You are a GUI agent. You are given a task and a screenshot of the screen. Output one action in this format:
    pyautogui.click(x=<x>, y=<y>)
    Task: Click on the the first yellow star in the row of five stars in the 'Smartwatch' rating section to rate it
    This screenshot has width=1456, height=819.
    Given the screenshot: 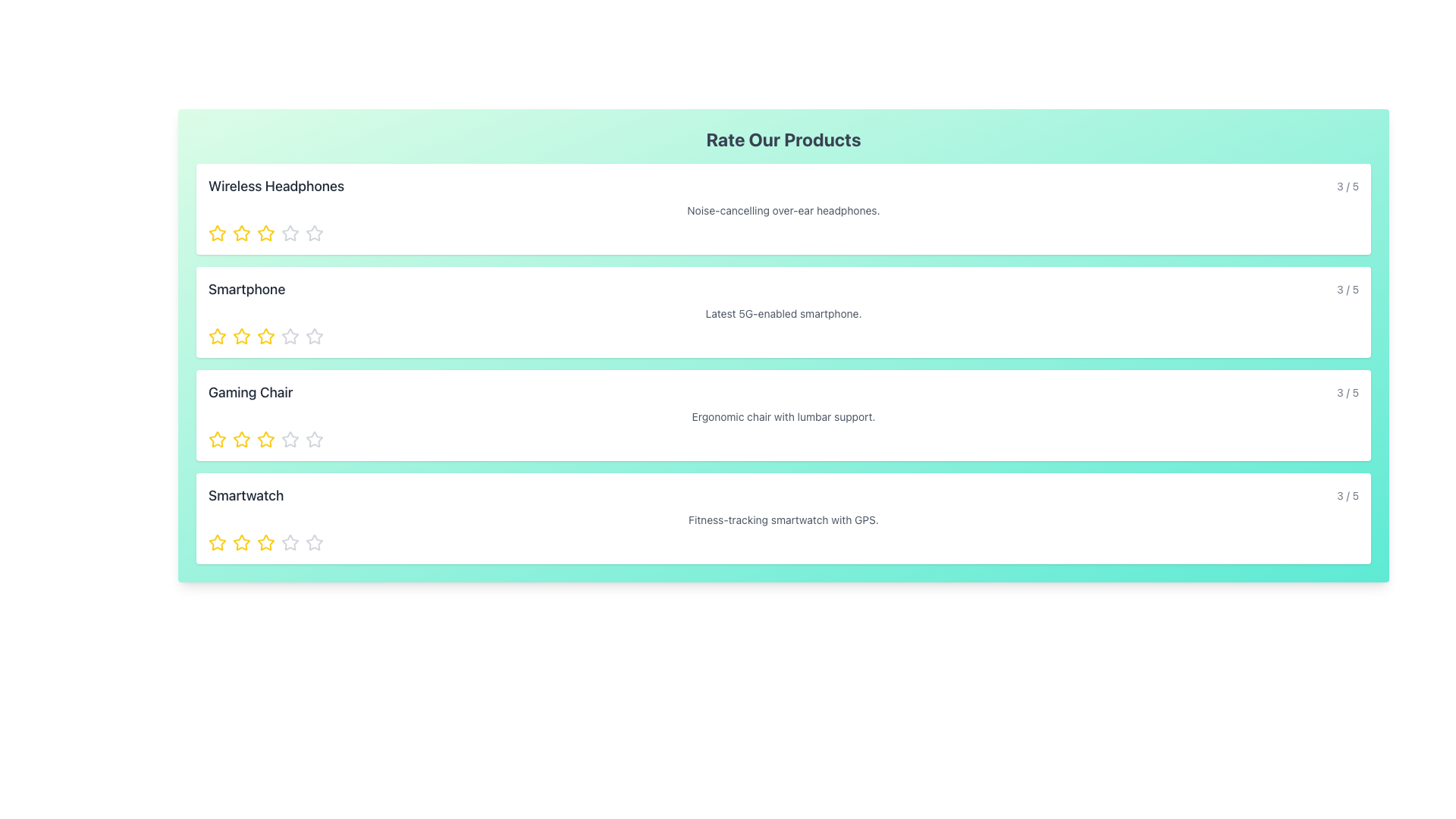 What is the action you would take?
    pyautogui.click(x=217, y=541)
    